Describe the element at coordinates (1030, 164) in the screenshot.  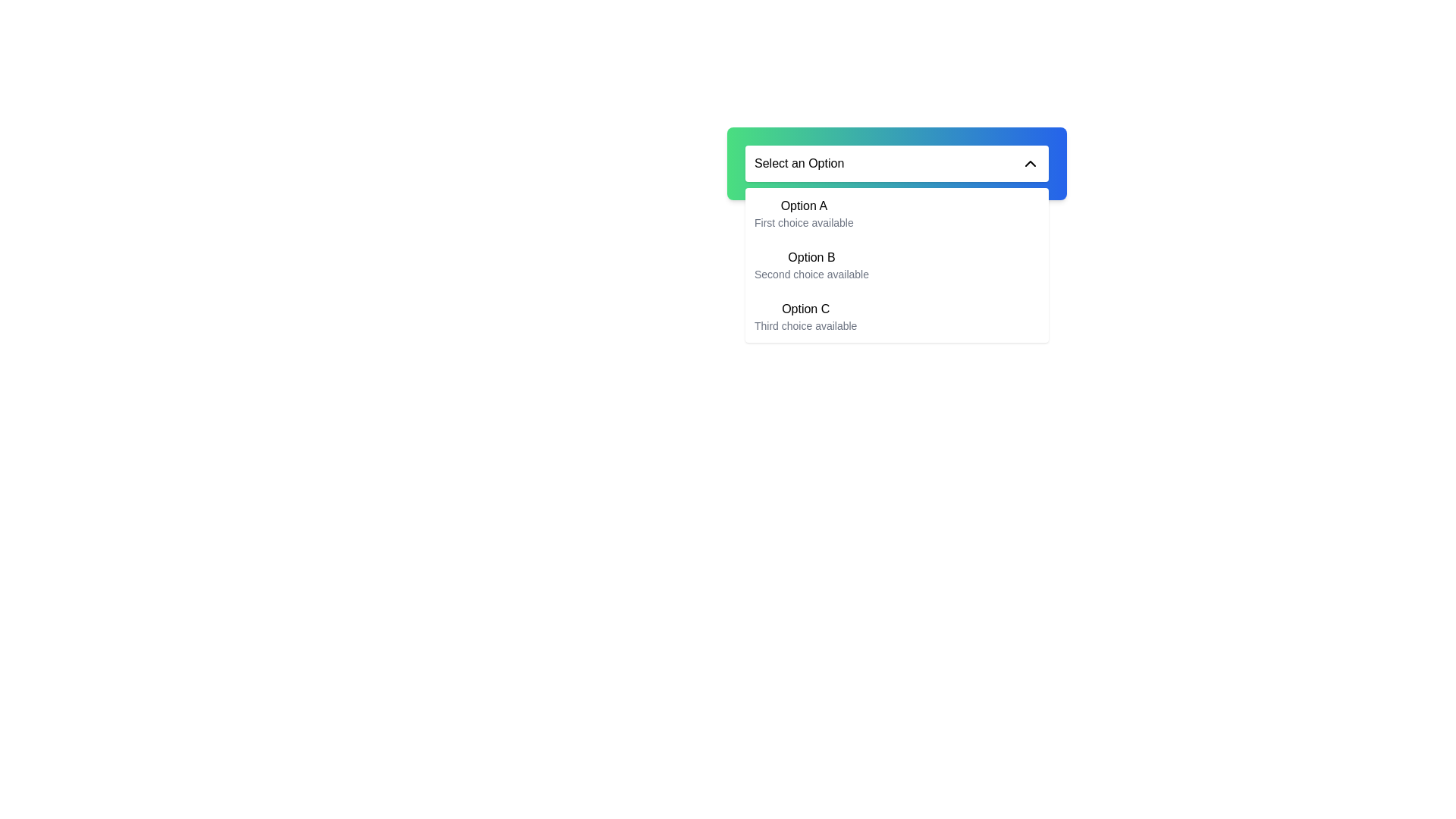
I see `the collapse icon located at the far right inside the 'Select an Option' dropdown menu` at that location.